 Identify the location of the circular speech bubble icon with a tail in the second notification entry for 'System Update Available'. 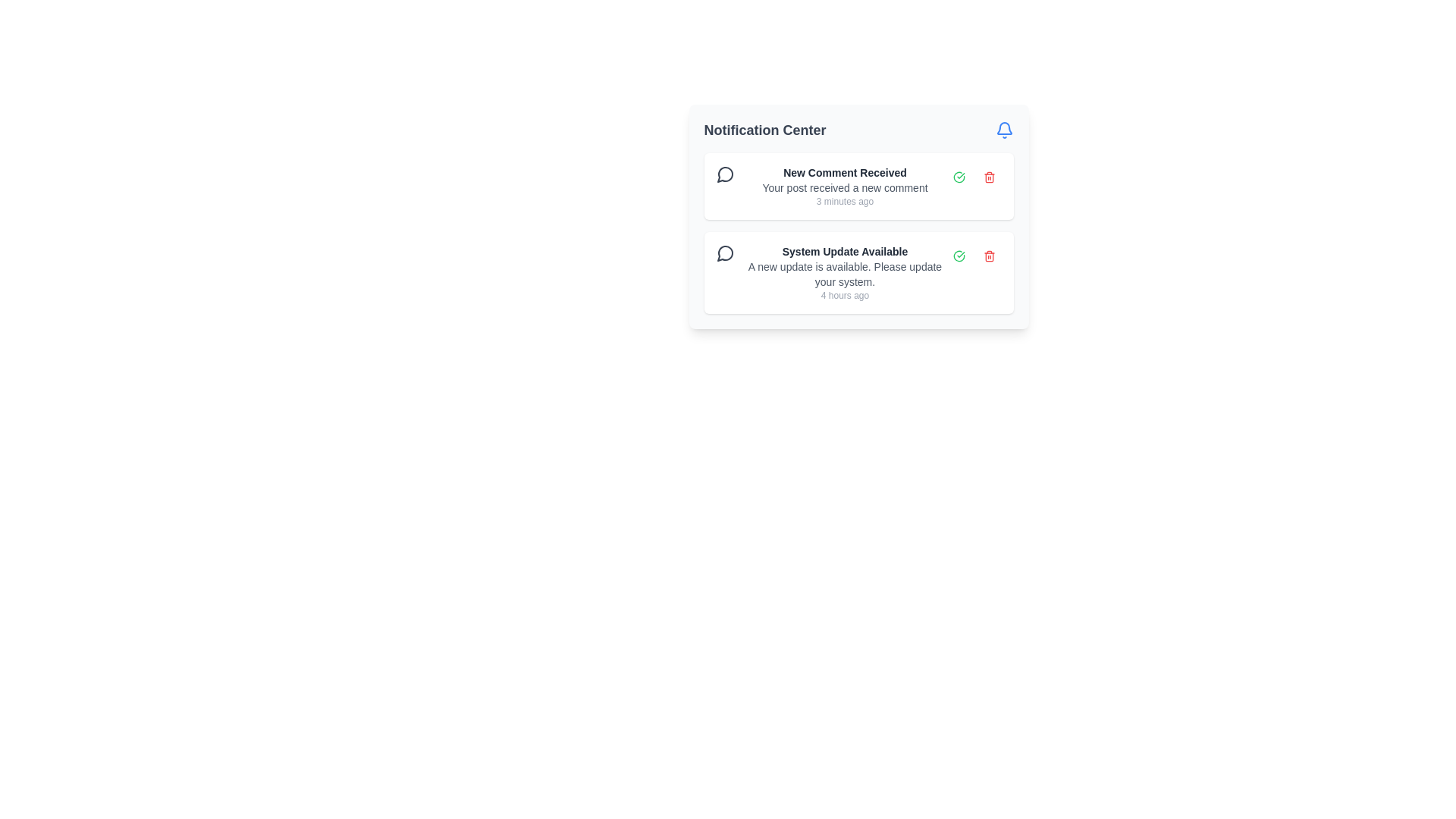
(723, 253).